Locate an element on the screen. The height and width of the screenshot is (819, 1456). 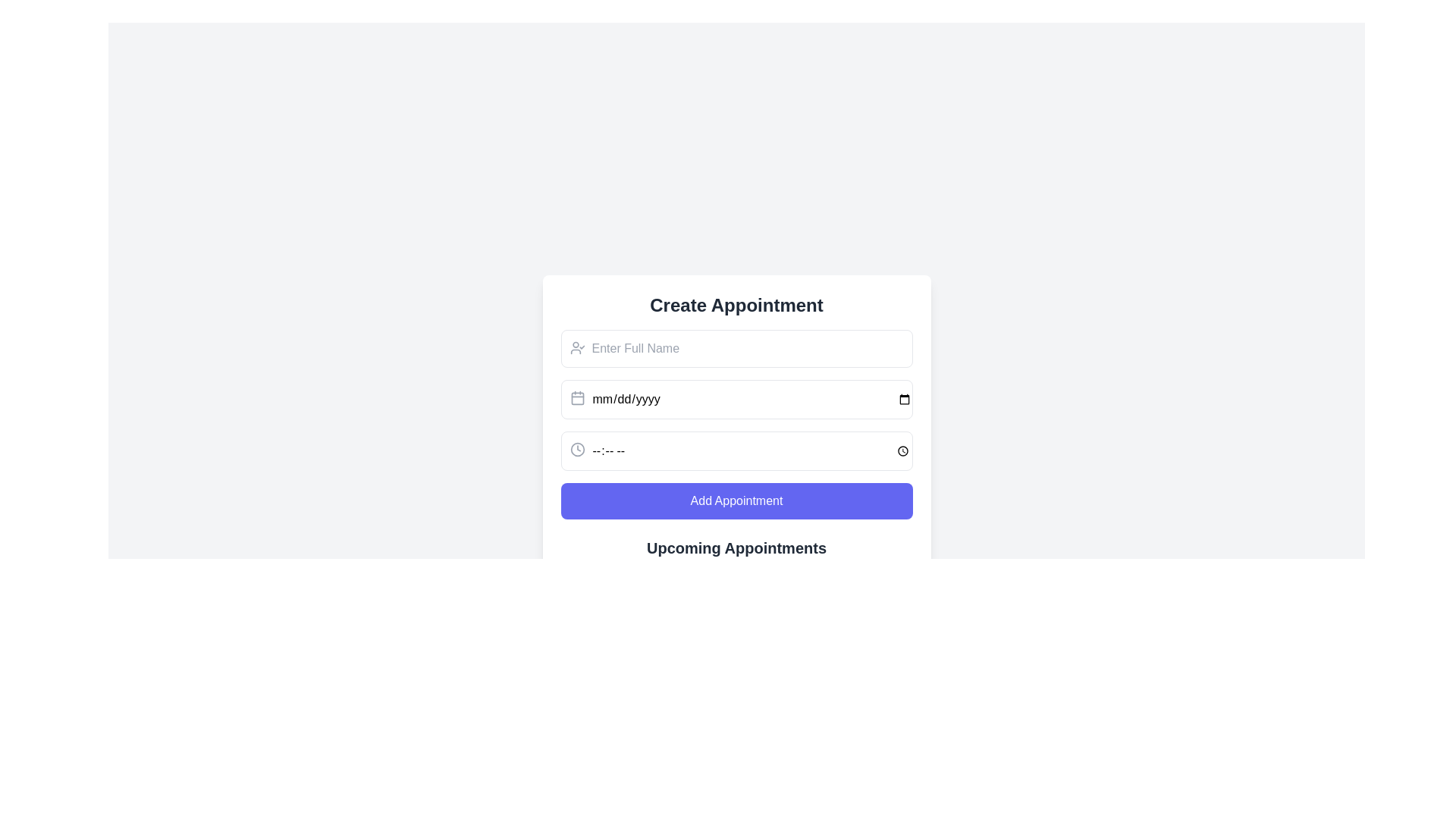
the submit button for the form that triggers the addition of a new appointment entry is located at coordinates (736, 500).